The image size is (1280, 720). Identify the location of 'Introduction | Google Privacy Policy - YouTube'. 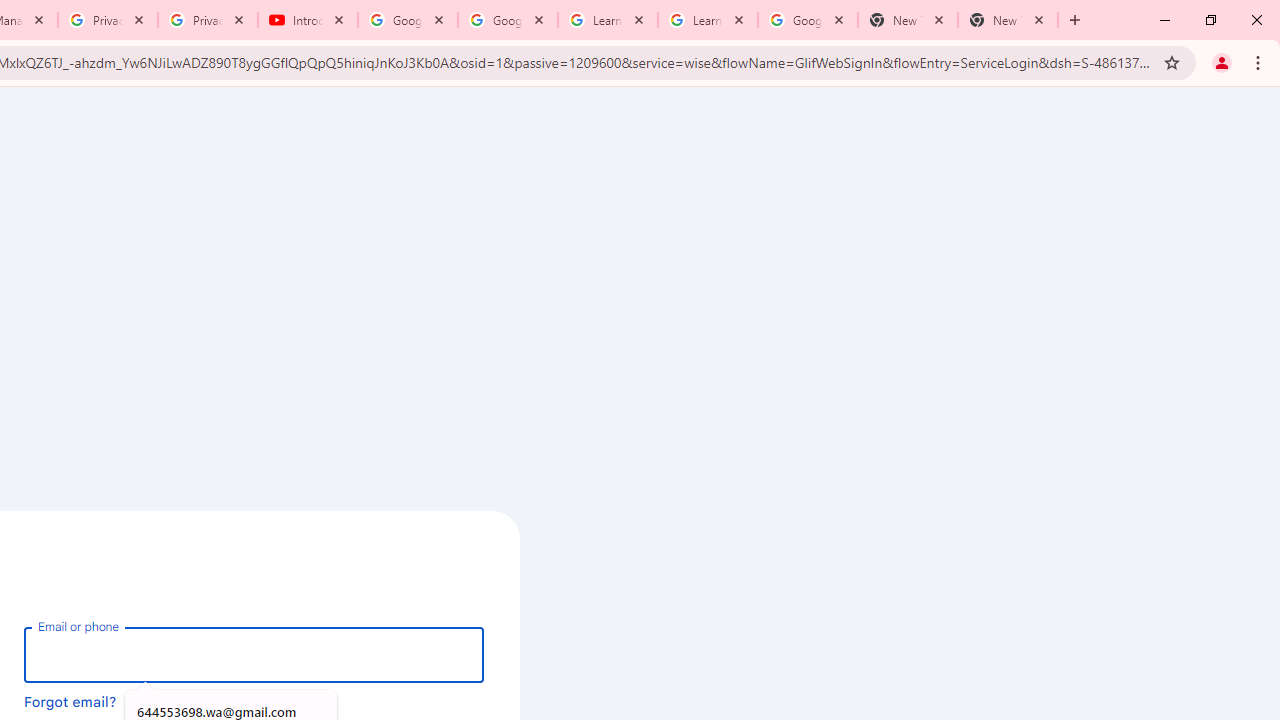
(307, 20).